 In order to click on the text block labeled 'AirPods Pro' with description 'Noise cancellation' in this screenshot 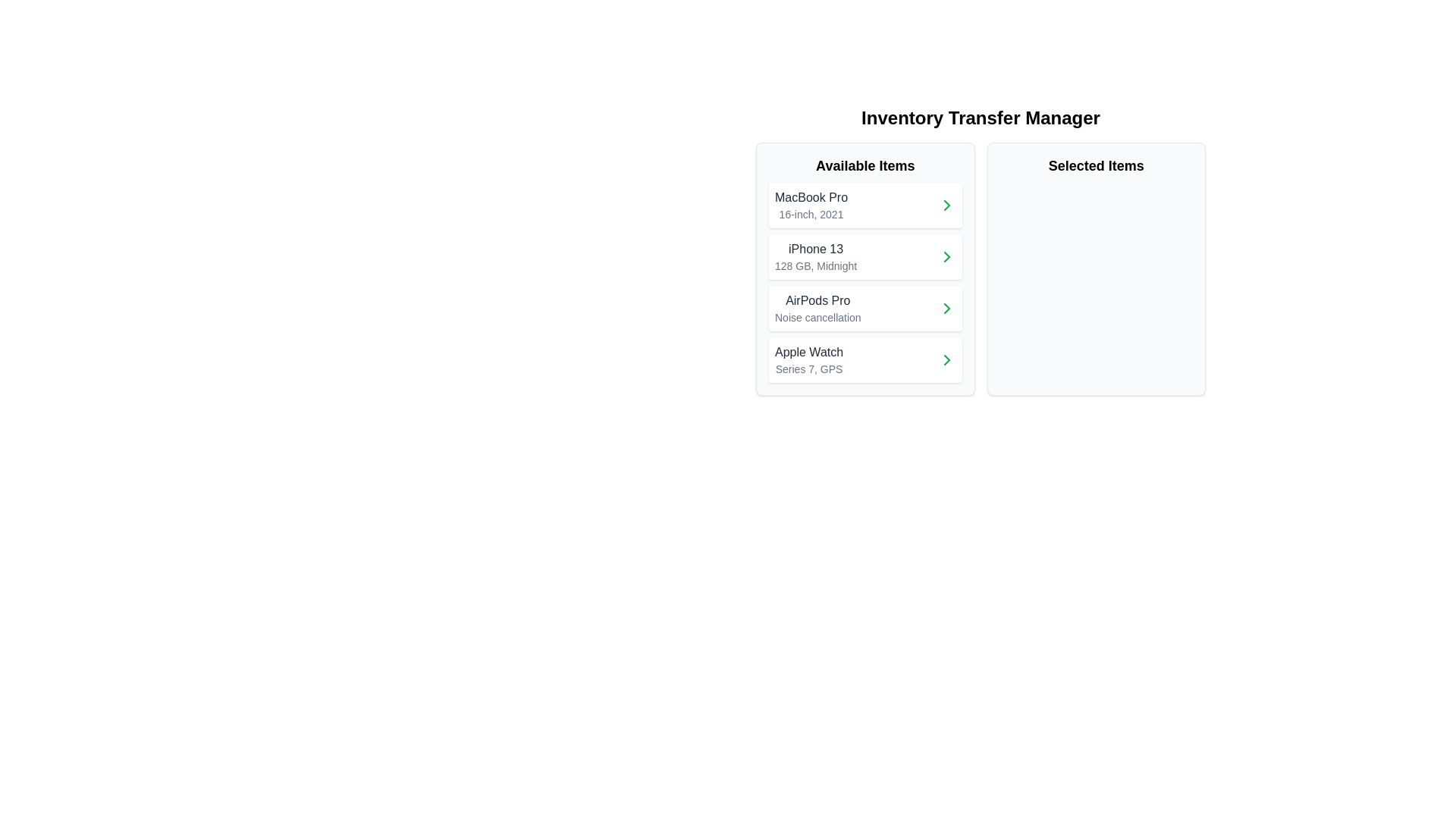, I will do `click(817, 308)`.